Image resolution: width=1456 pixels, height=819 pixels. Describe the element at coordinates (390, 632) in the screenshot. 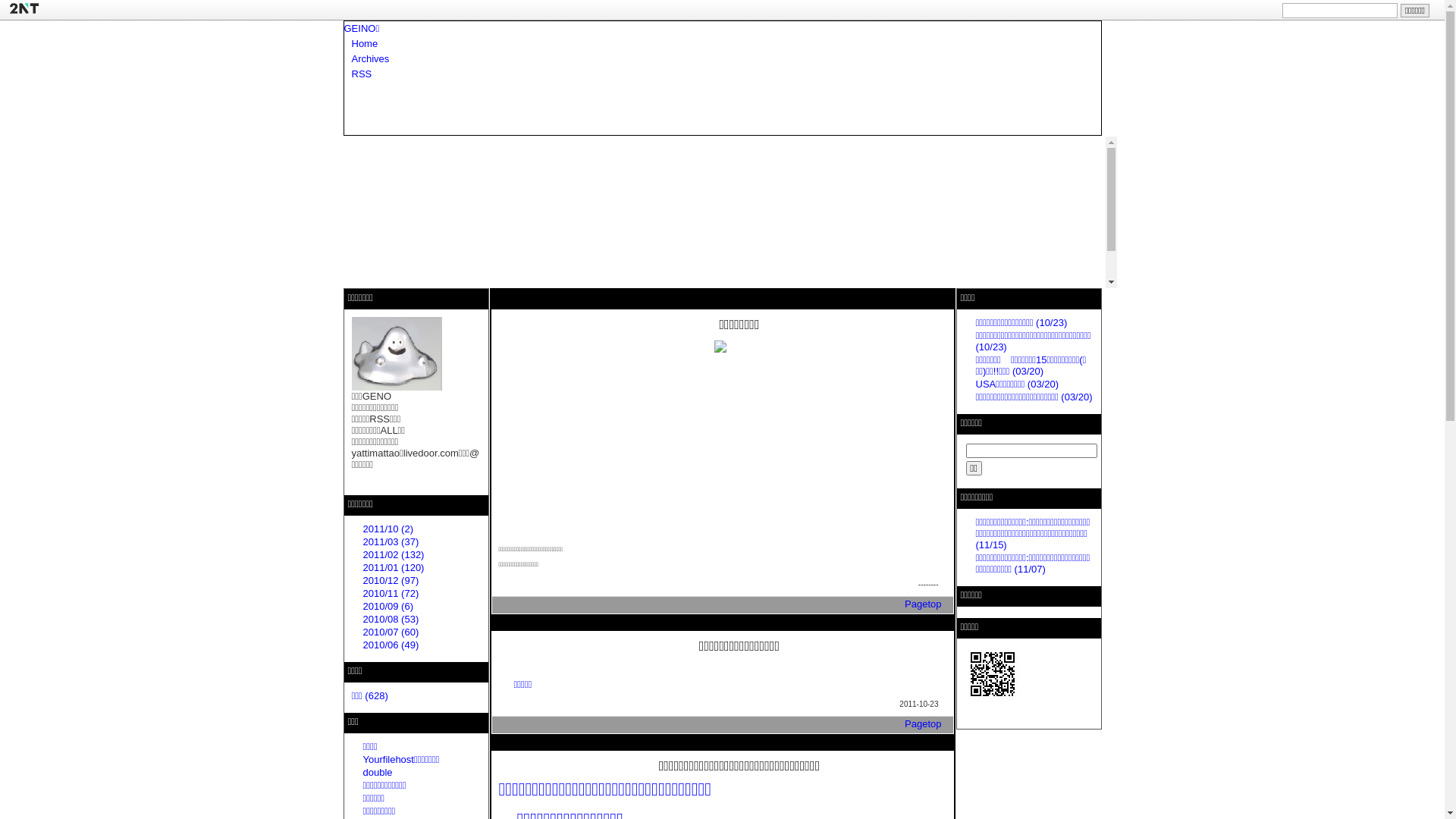

I see `'2010/07 (60)'` at that location.